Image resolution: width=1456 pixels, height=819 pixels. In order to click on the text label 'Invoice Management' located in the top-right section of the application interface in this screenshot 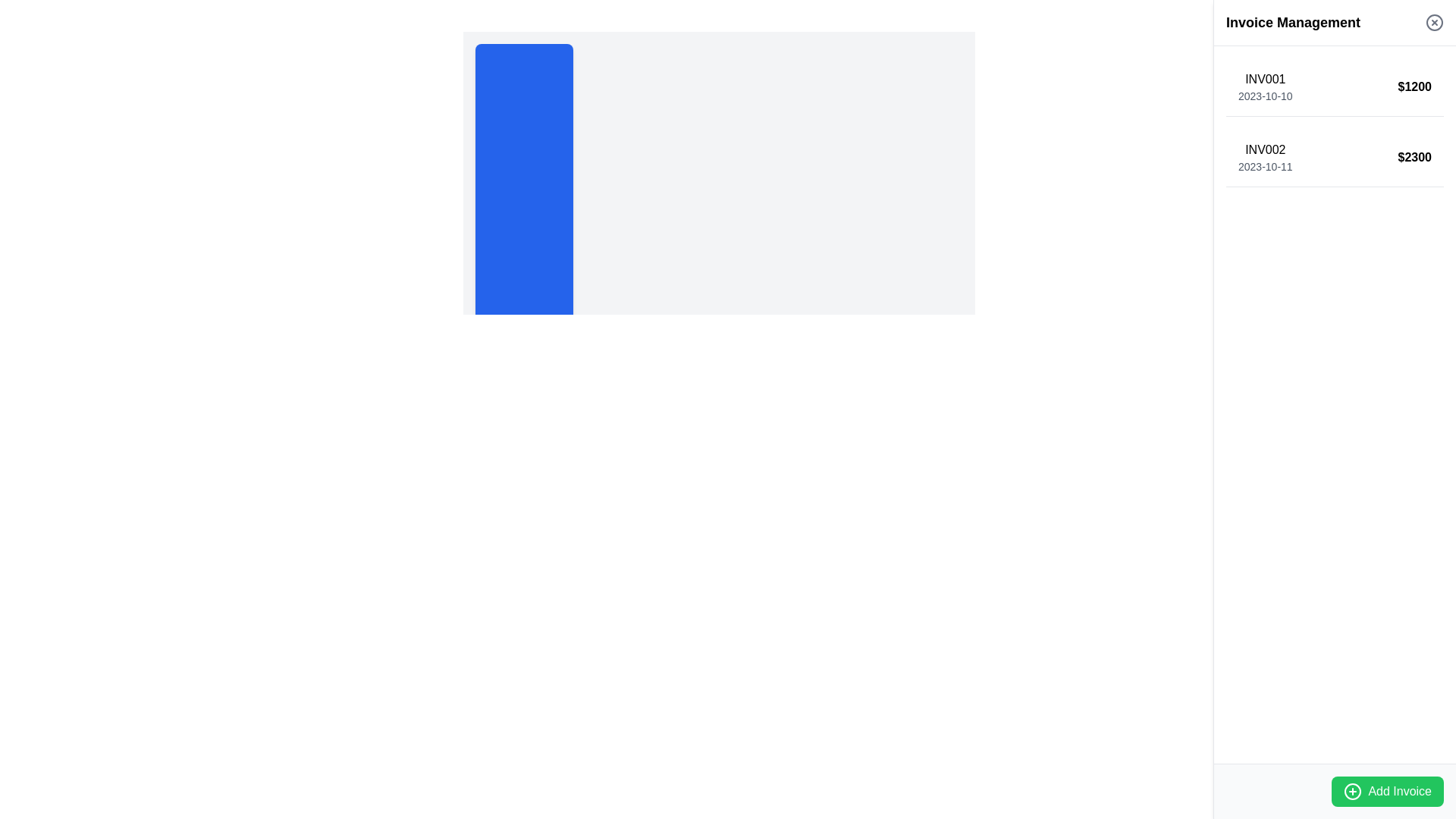, I will do `click(1292, 23)`.